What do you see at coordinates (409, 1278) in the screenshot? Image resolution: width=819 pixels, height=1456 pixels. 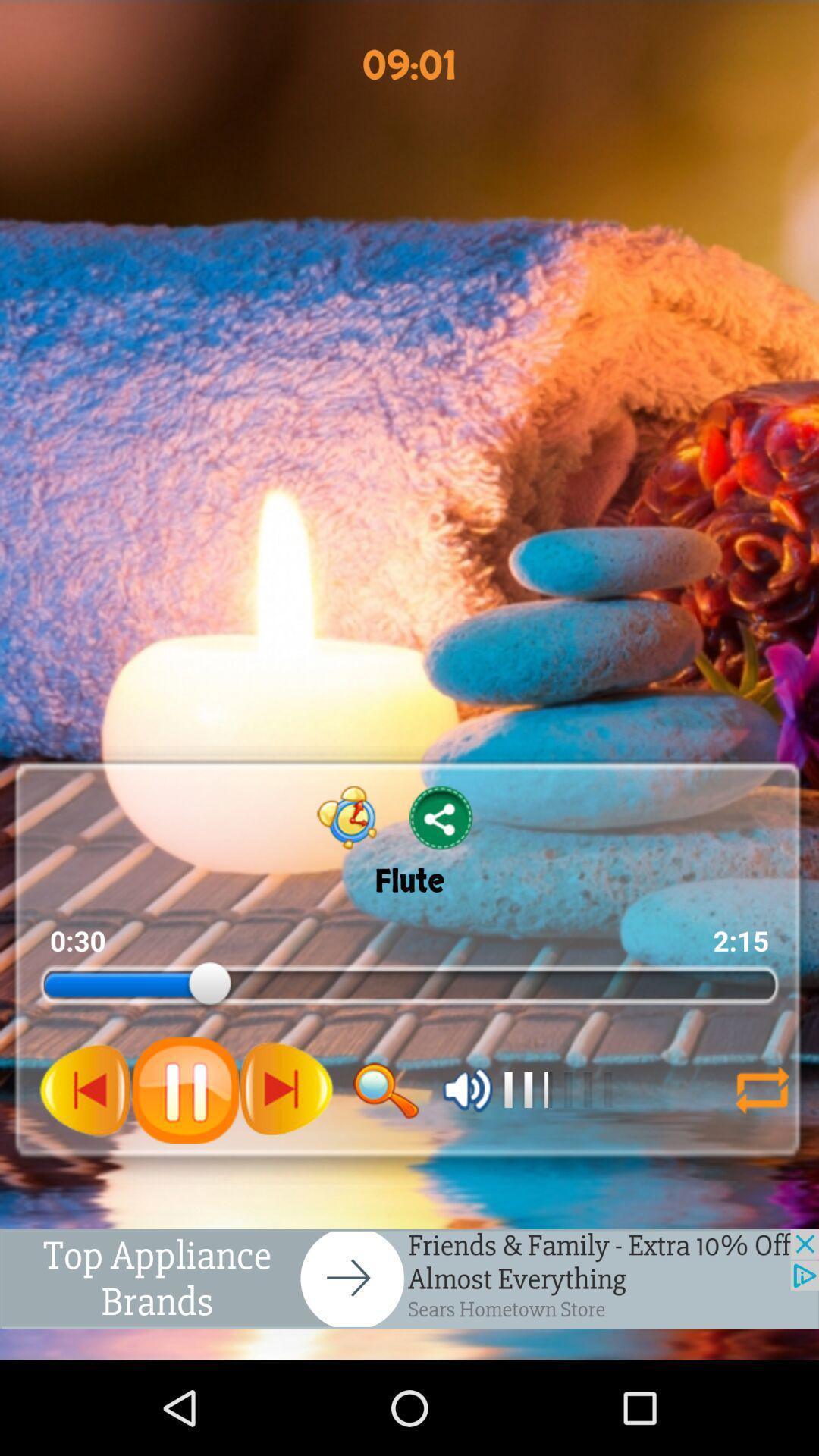 I see `open advertisement` at bounding box center [409, 1278].